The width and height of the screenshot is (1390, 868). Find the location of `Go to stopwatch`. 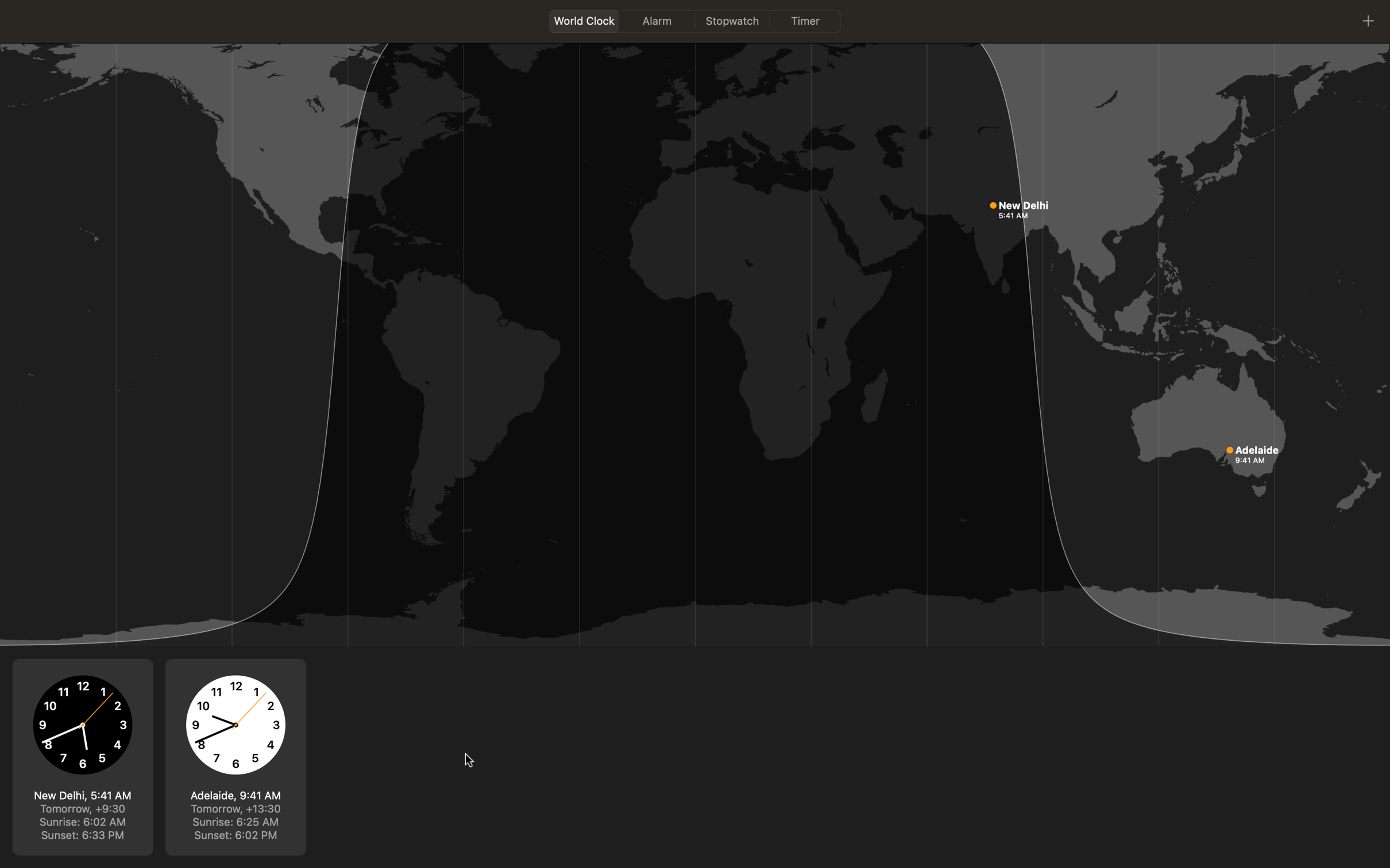

Go to stopwatch is located at coordinates (733, 20).